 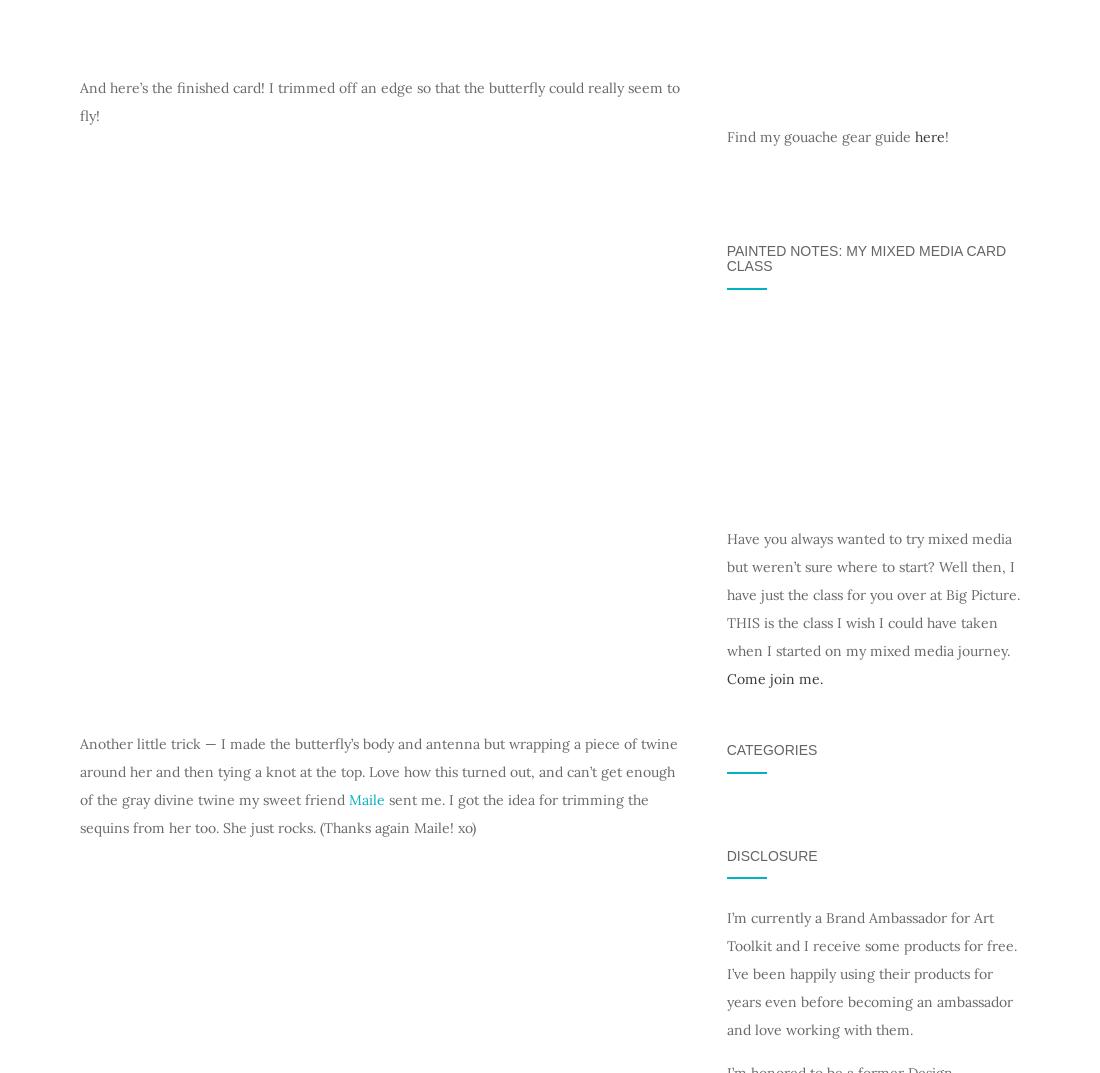 What do you see at coordinates (865, 256) in the screenshot?
I see `'Painted Notes: My Mixed Media Card Class'` at bounding box center [865, 256].